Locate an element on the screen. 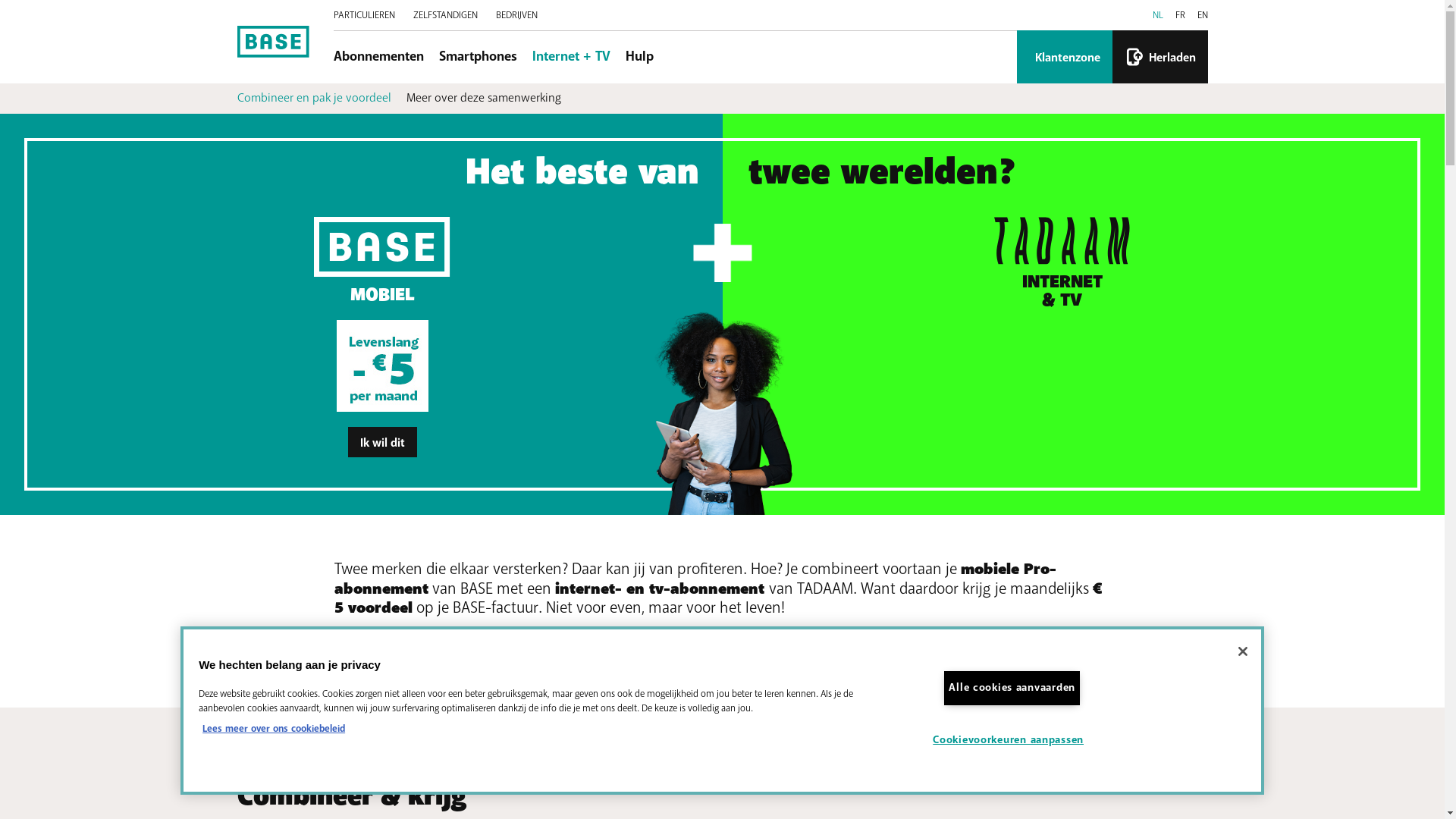  'FR' is located at coordinates (1179, 14).